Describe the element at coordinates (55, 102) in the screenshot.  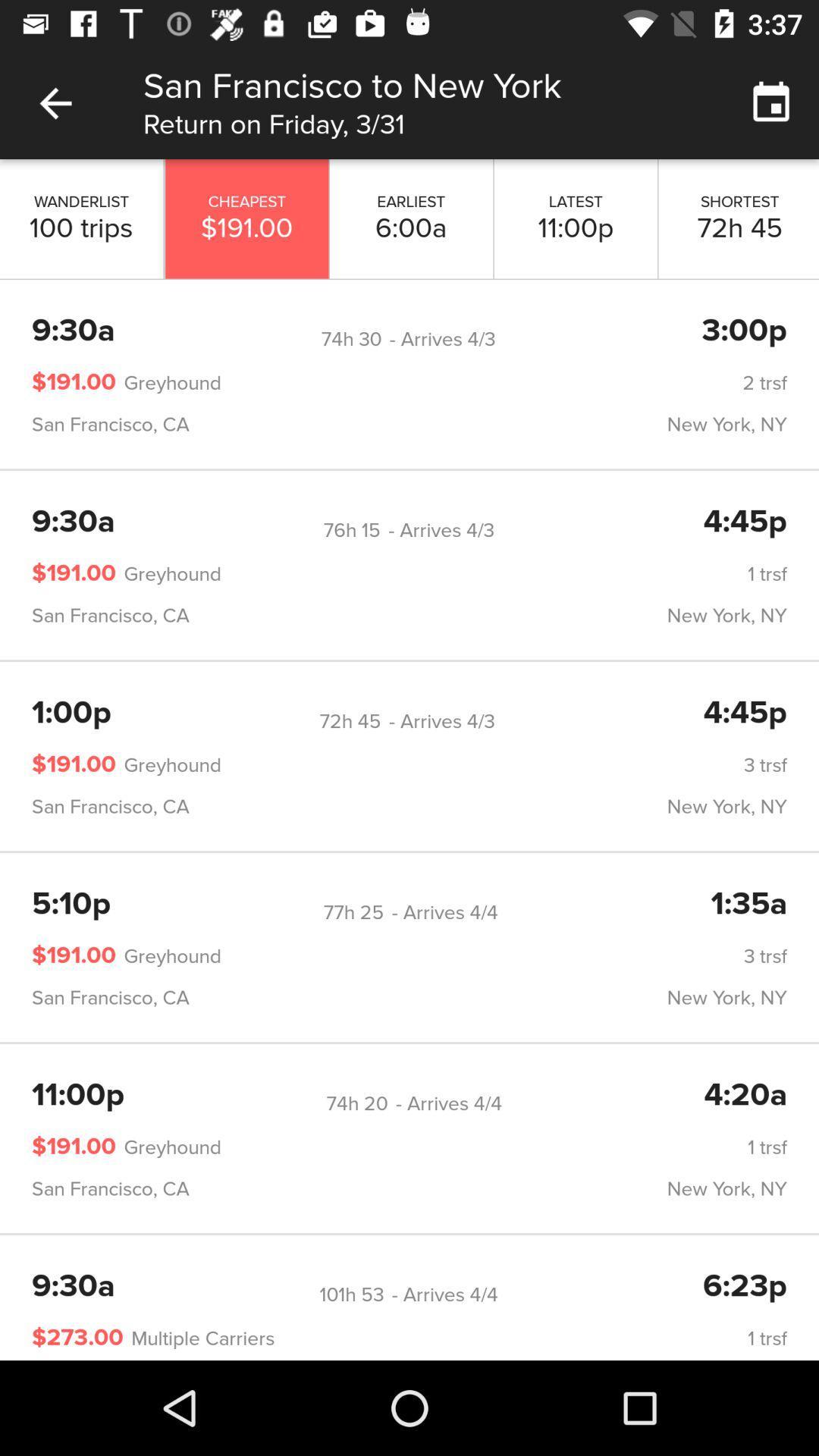
I see `back button` at that location.